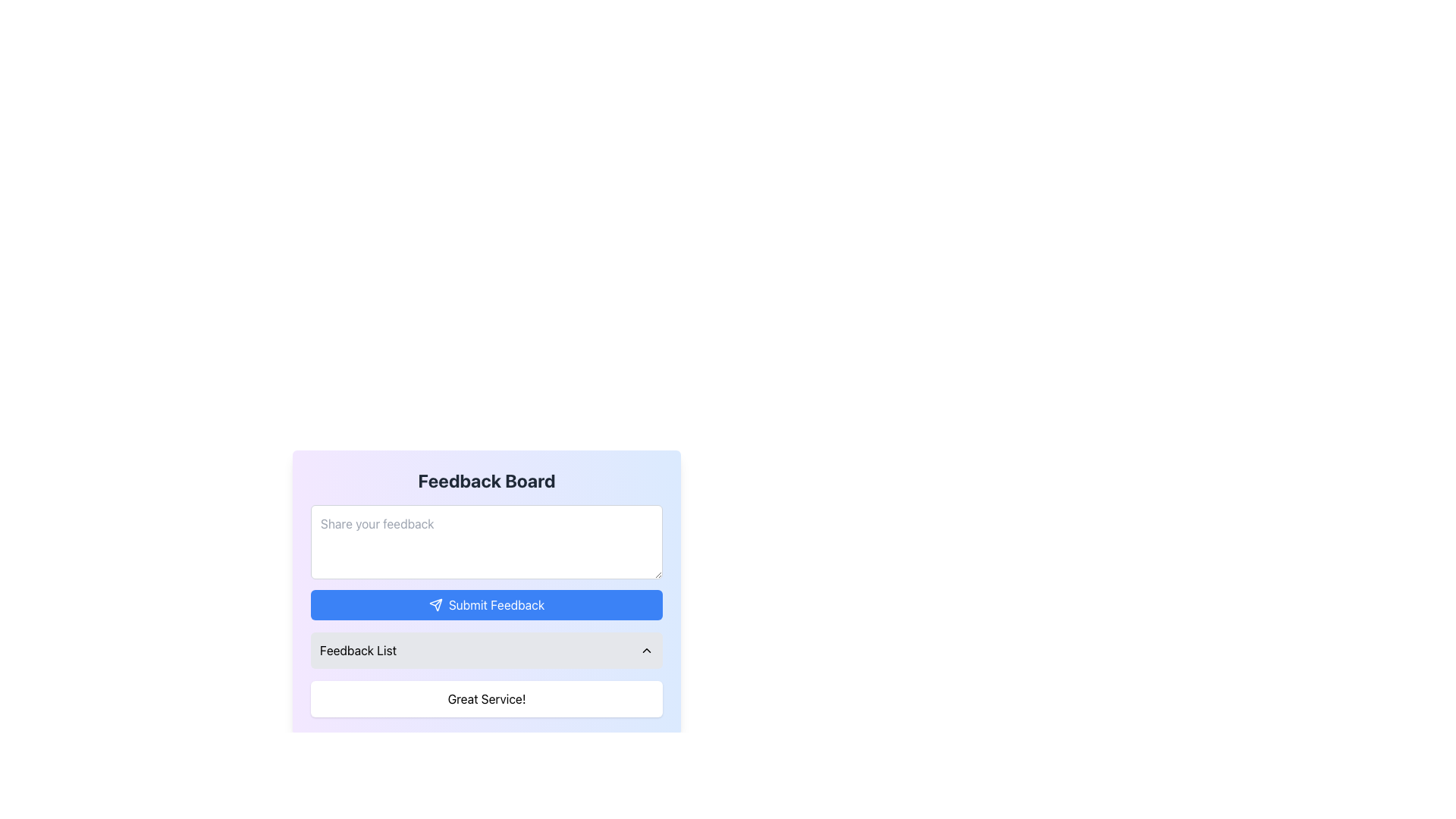  What do you see at coordinates (435, 604) in the screenshot?
I see `the 'Submit Feedback' button which contains the SVG icon representing the 'send' action` at bounding box center [435, 604].